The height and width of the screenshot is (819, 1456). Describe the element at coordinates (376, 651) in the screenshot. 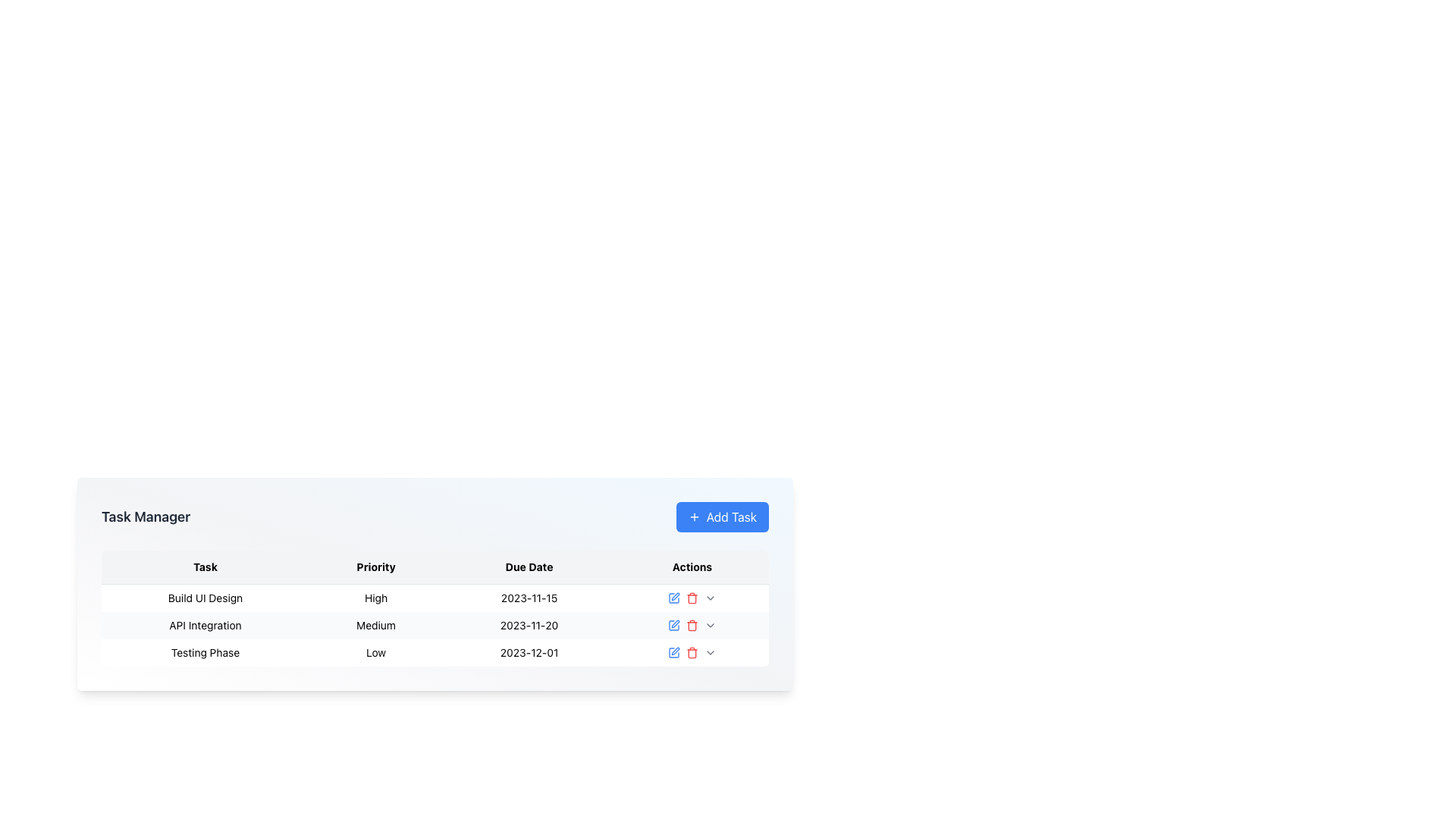

I see `the text label 'Low' in the 'Priority' column, which is the second cell for the 'Testing Phase' task in the bottom row of the table` at that location.